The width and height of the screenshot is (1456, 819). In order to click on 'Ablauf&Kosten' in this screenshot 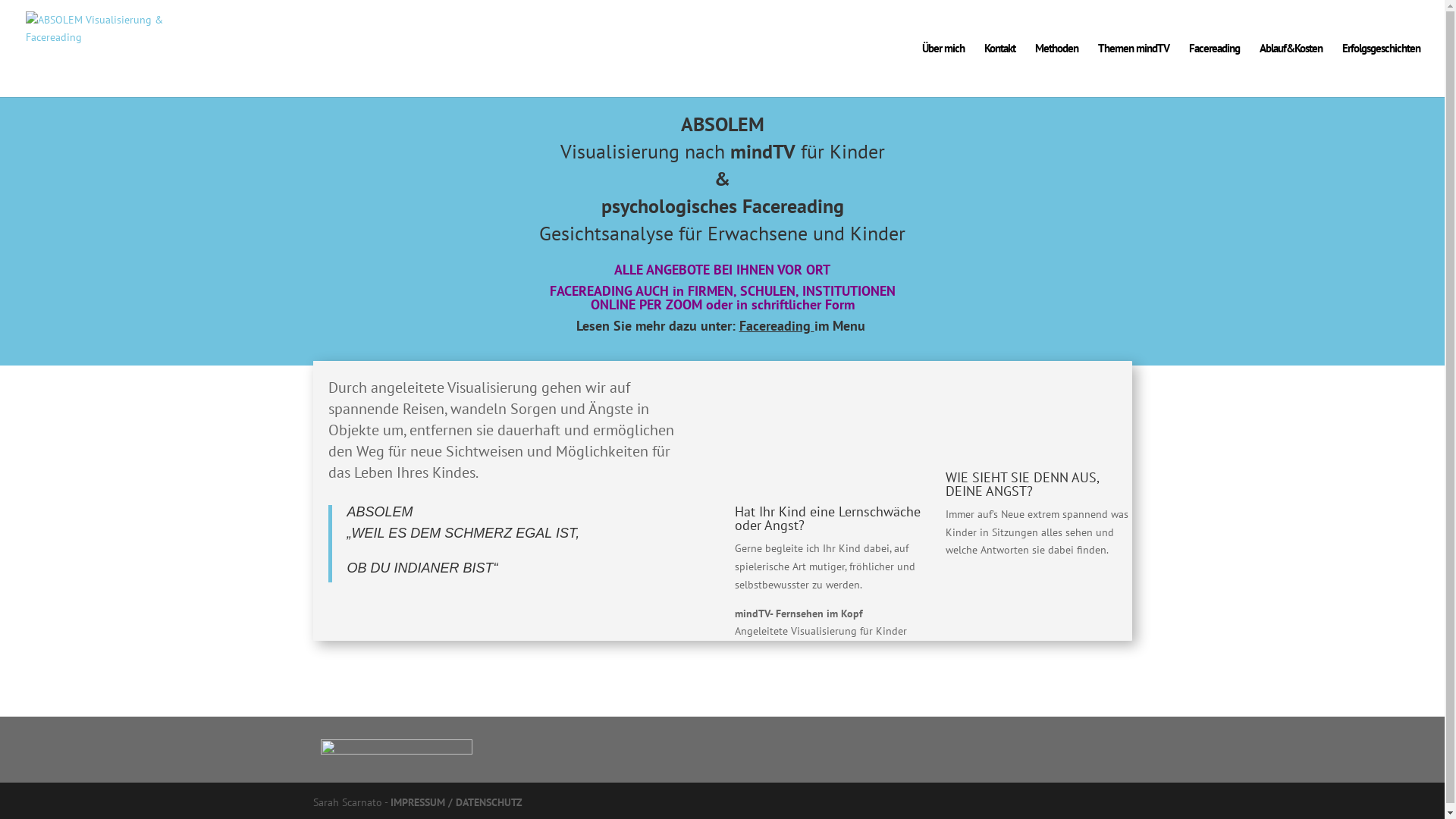, I will do `click(1290, 70)`.